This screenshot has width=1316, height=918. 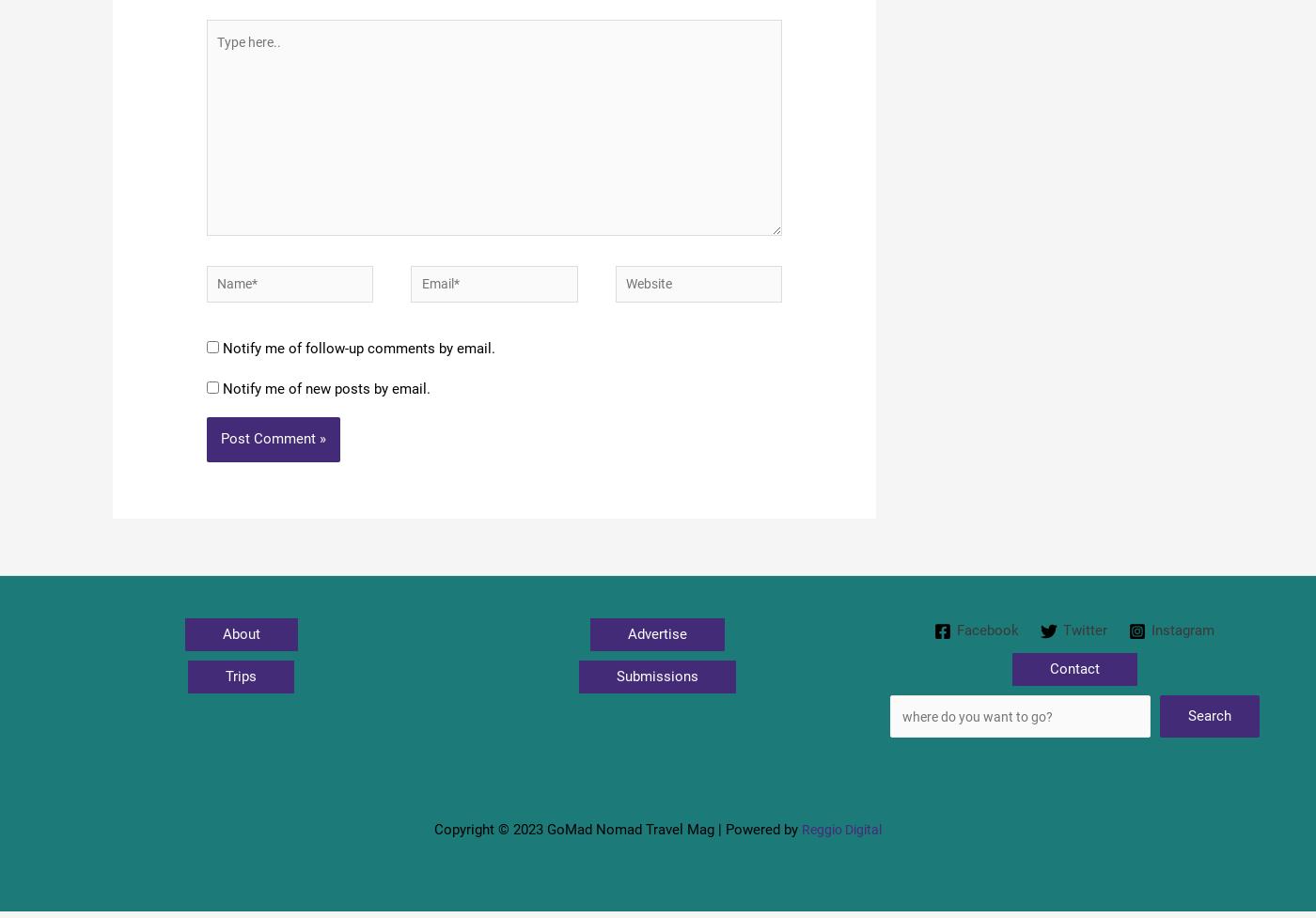 I want to click on 'Submissions', so click(x=657, y=693).